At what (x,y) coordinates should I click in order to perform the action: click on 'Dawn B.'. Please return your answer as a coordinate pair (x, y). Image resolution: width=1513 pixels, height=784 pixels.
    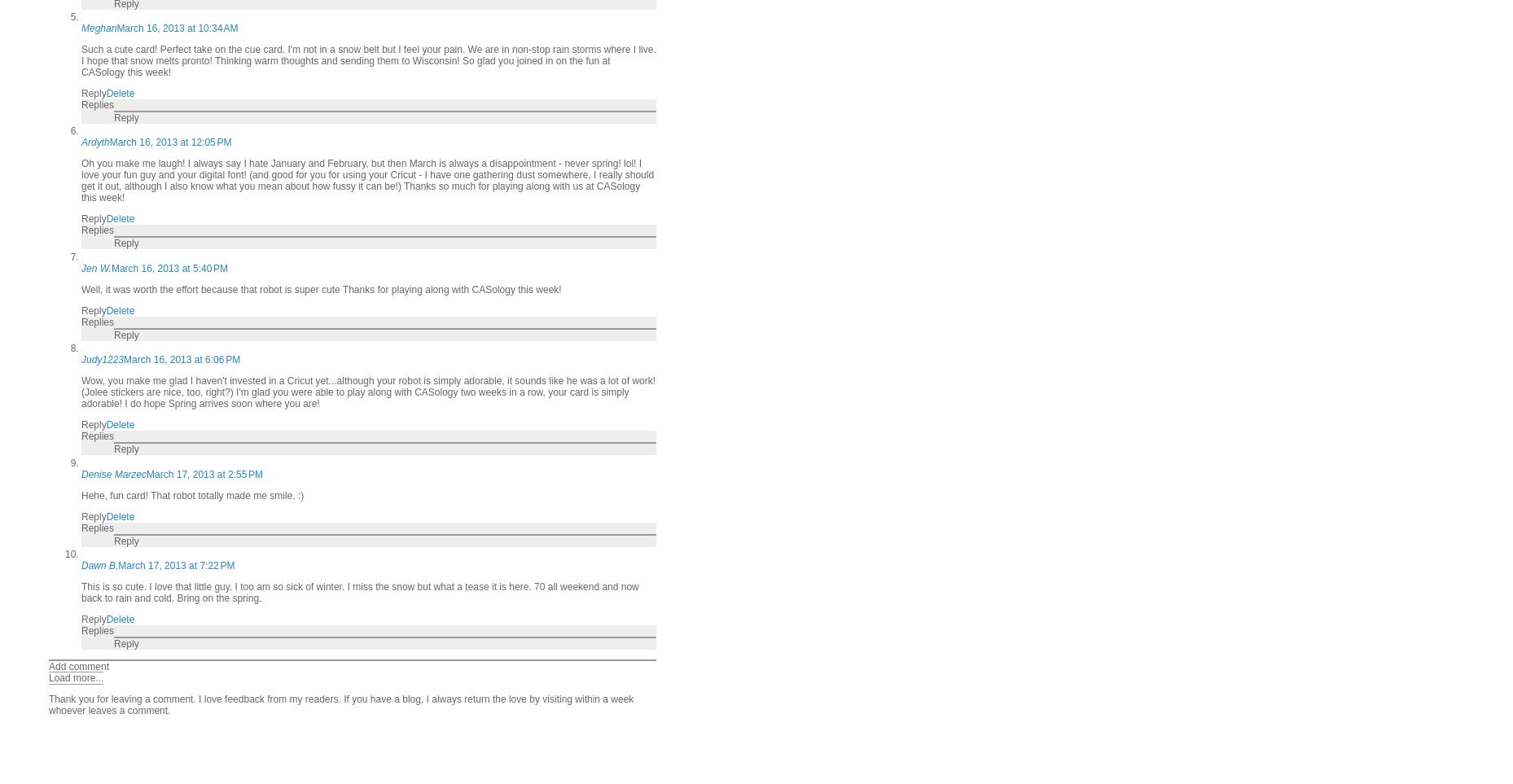
    Looking at the image, I should click on (81, 565).